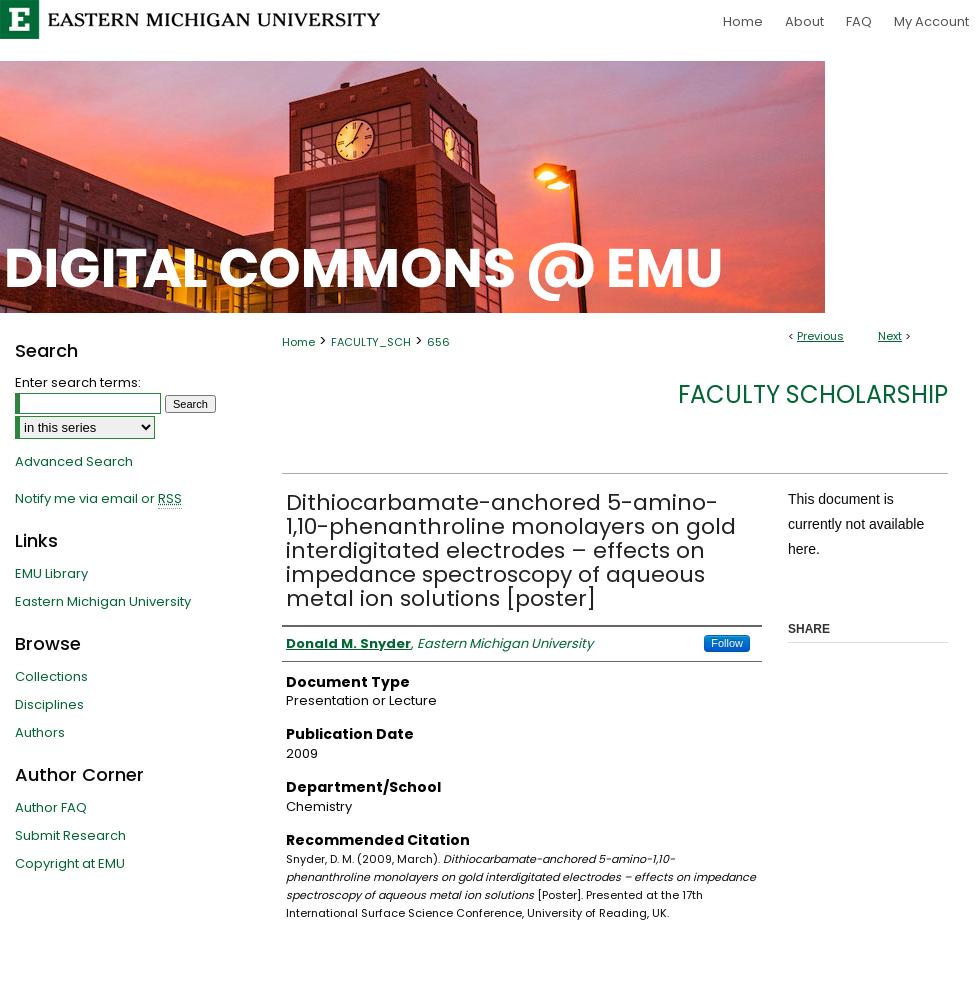 The width and height of the screenshot is (980, 1000). Describe the element at coordinates (890, 335) in the screenshot. I see `'Next'` at that location.